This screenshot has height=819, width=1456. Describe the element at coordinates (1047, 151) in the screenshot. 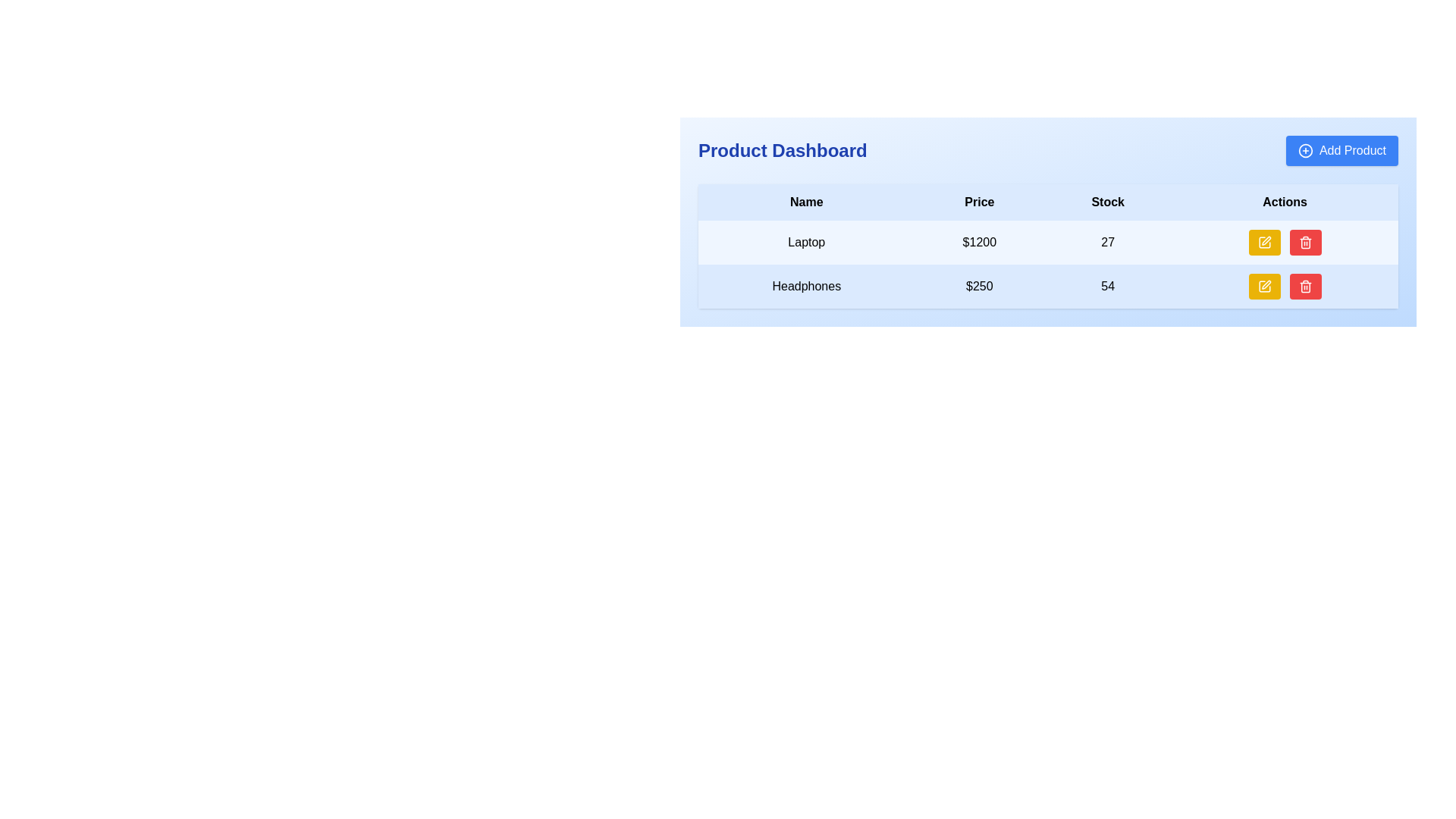

I see `the title bar of the product dashboard` at that location.